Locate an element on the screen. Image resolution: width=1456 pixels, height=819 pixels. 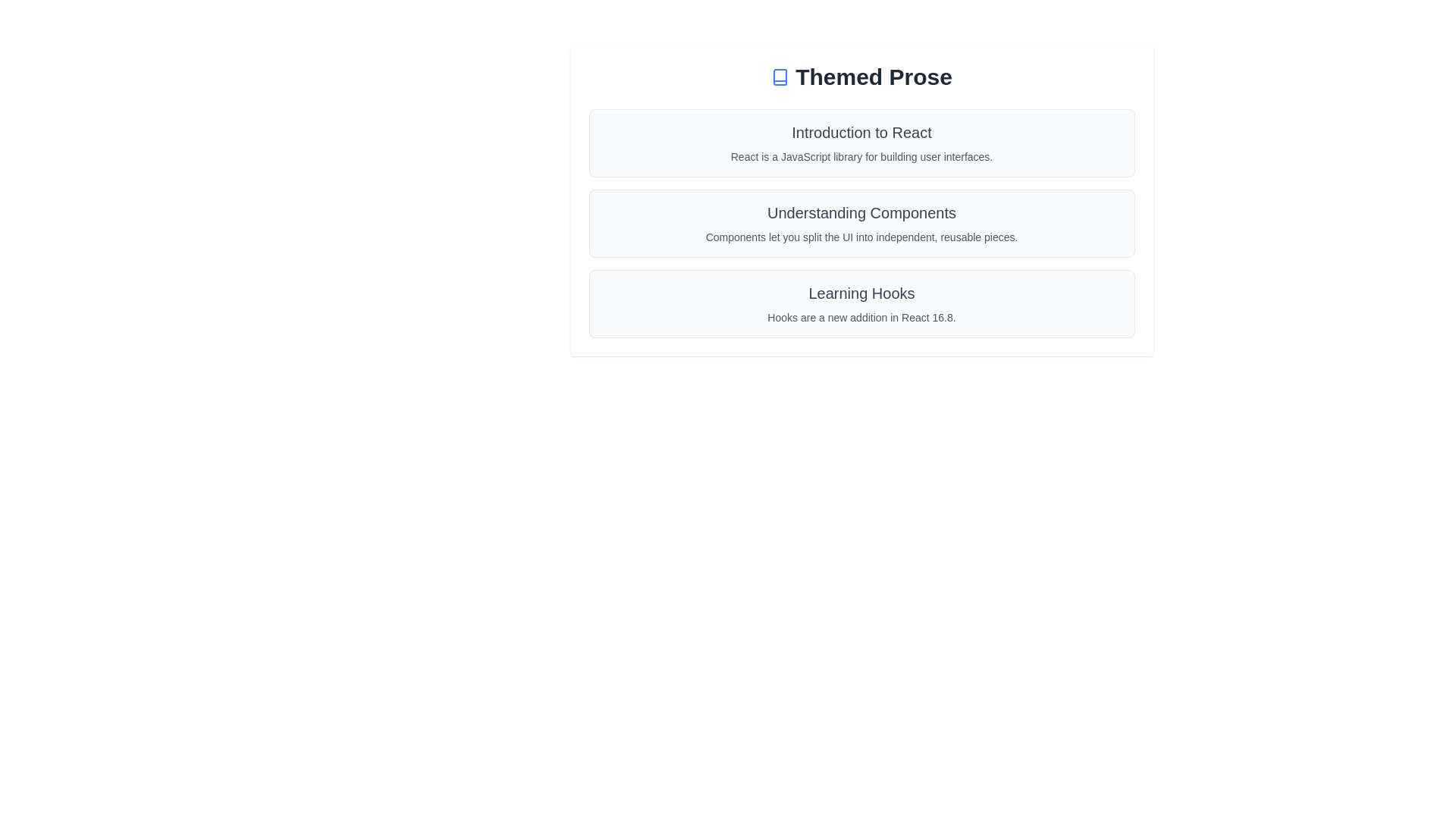
the informational card titled 'Learning Hooks' which contains the text 'Hooks are a new addition in React 16.8.' for navigation or interaction is located at coordinates (861, 304).